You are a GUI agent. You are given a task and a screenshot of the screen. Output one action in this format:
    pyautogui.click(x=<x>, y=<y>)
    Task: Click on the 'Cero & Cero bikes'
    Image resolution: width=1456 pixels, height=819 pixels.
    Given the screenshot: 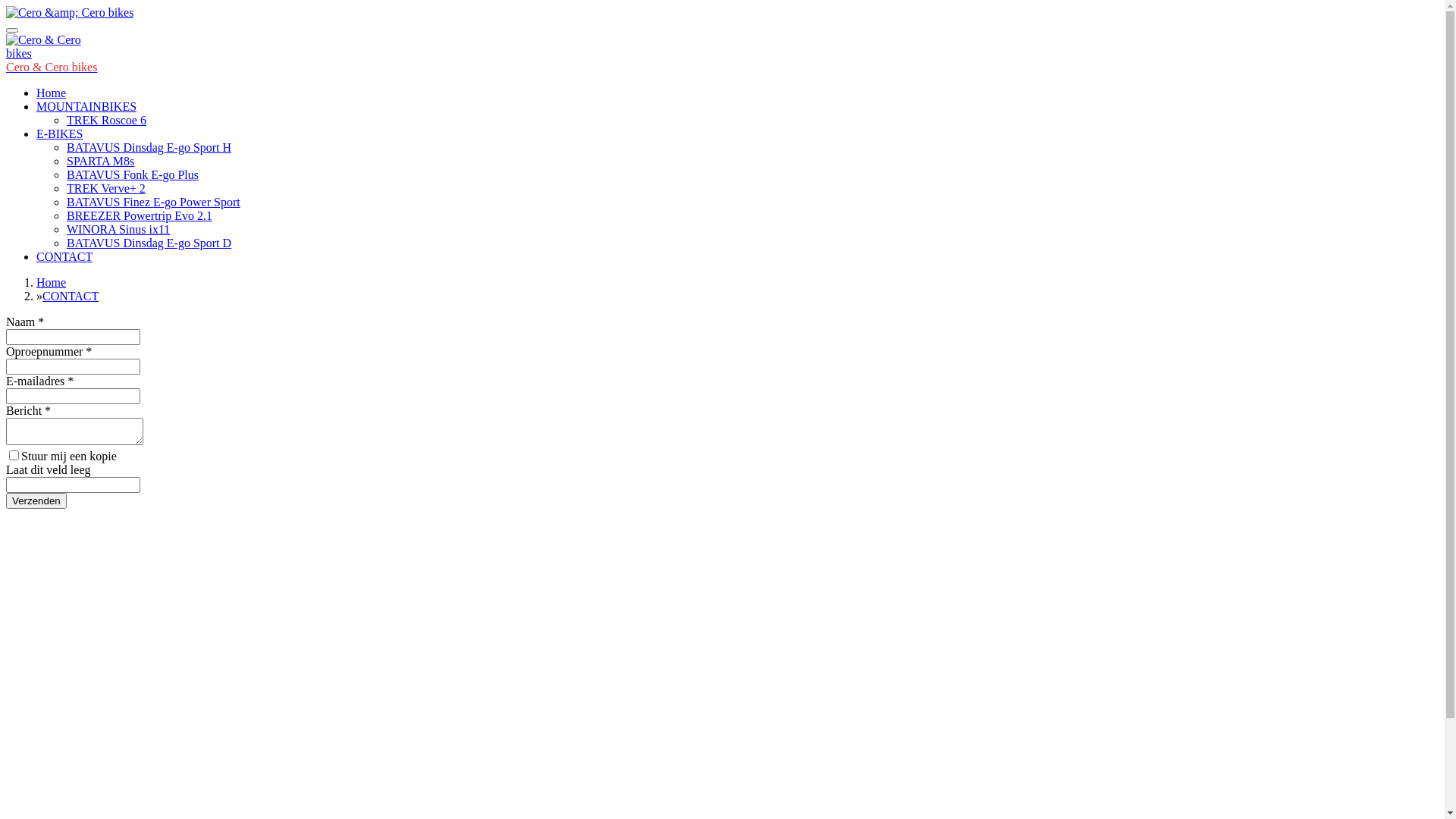 What is the action you would take?
    pyautogui.click(x=6, y=66)
    